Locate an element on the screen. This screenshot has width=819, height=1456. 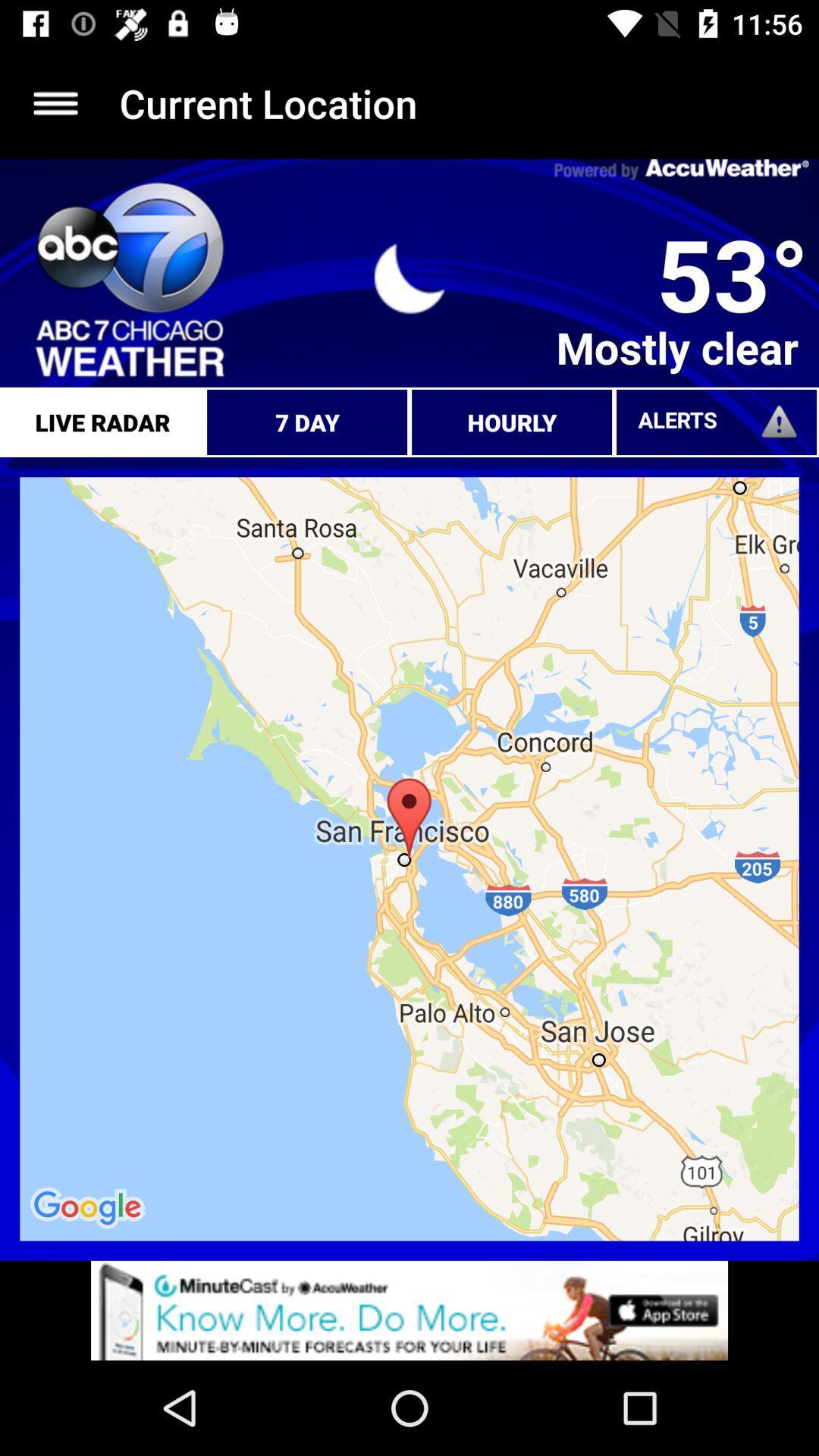
option left to hourly is located at coordinates (307, 422).